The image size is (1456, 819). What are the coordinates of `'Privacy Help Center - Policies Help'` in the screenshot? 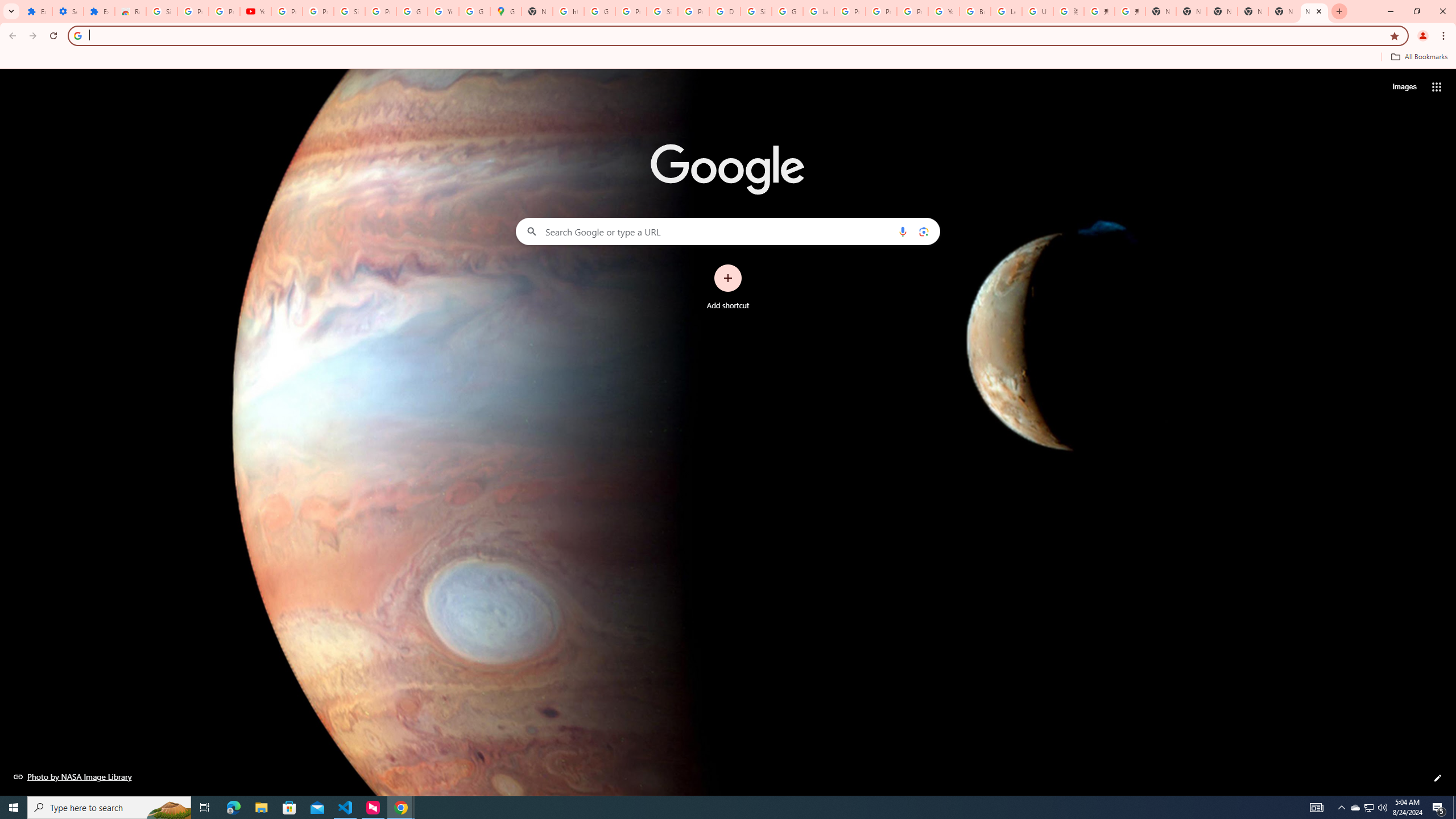 It's located at (881, 11).